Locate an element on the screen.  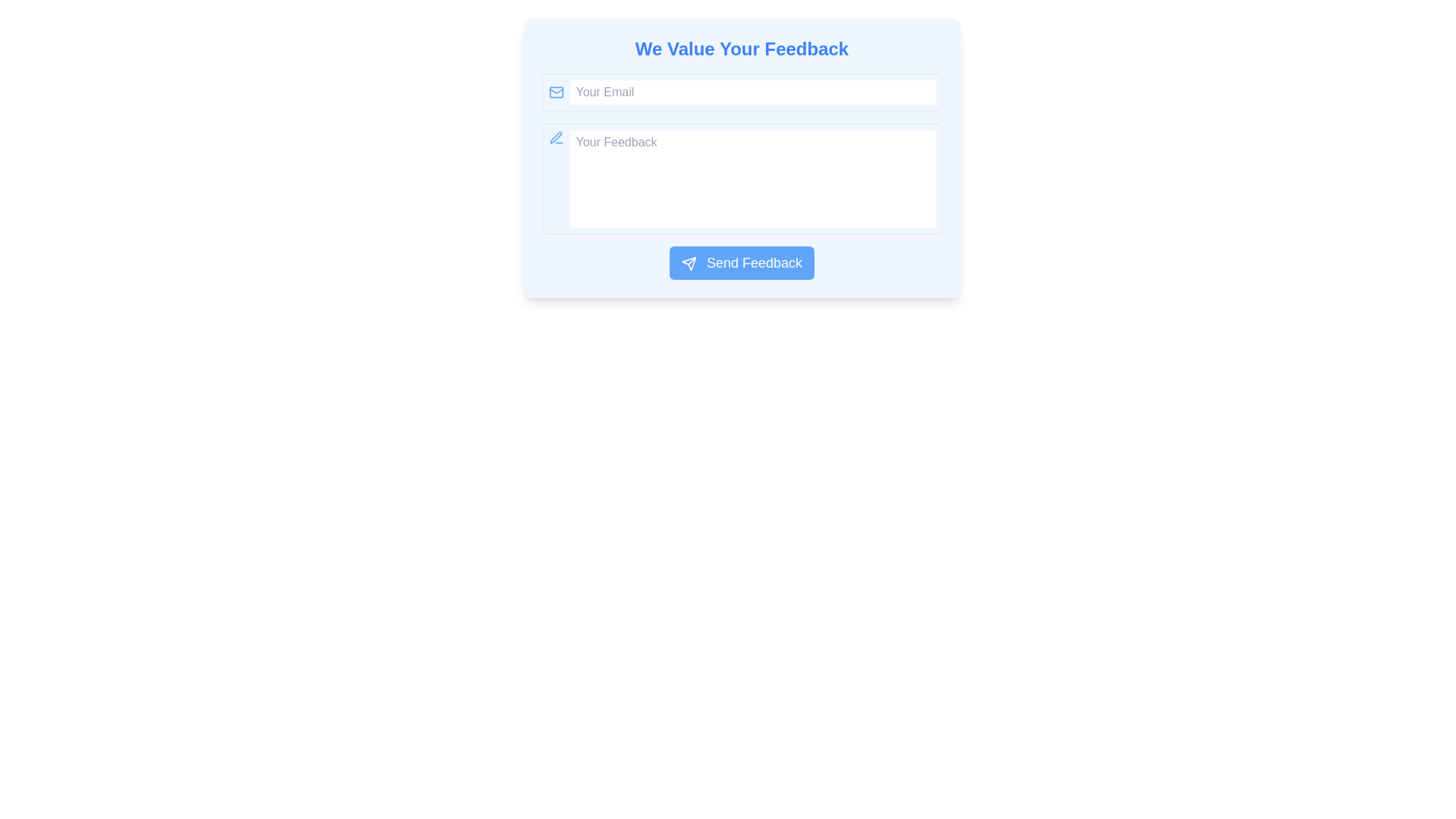
the tilted paper airplane icon, which is located to the left of the 'Send Feedback' button is located at coordinates (688, 263).